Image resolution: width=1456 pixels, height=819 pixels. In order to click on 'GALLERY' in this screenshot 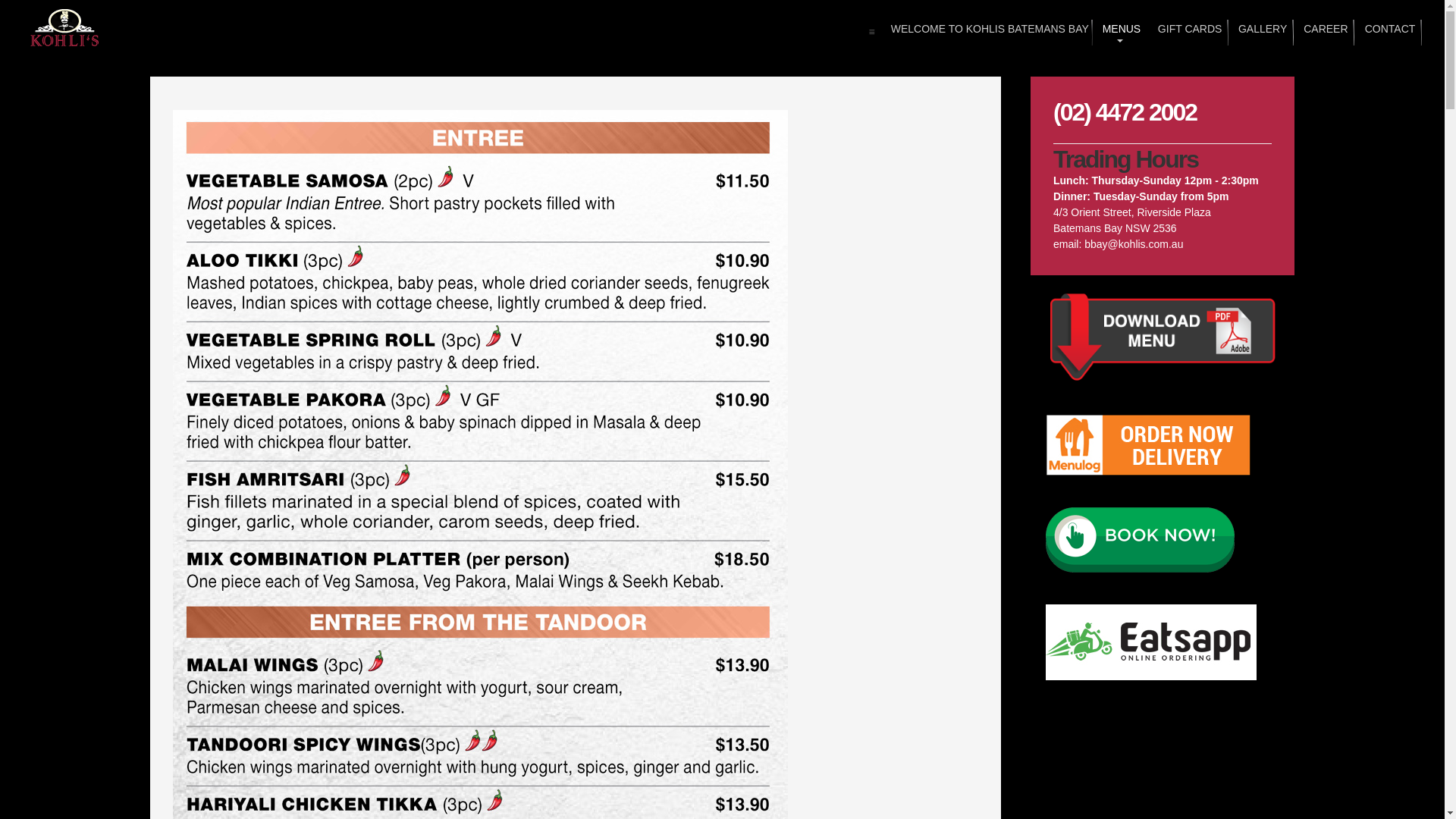, I will do `click(1260, 32)`.